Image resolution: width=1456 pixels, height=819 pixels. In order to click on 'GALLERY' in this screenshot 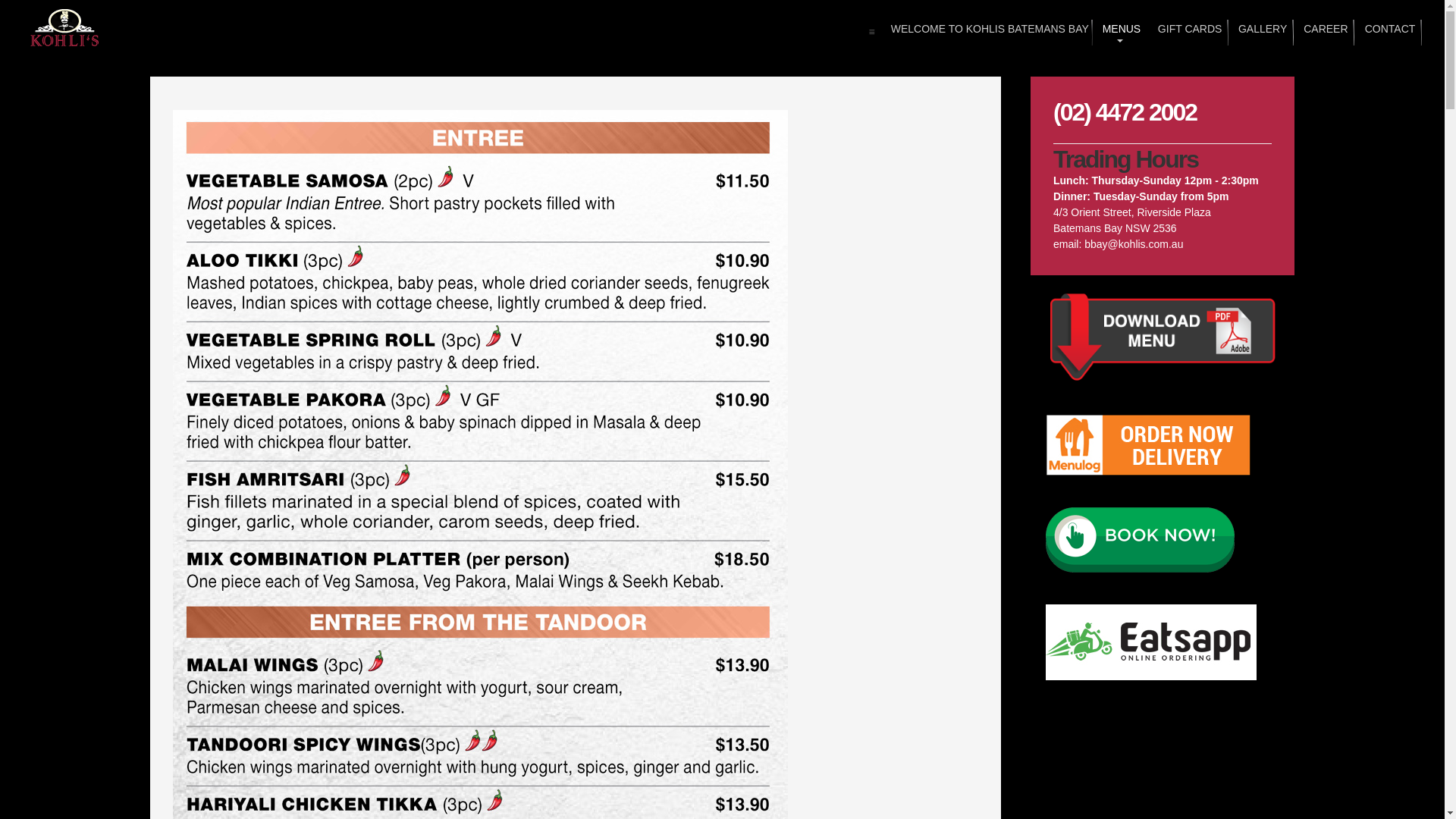, I will do `click(1260, 32)`.